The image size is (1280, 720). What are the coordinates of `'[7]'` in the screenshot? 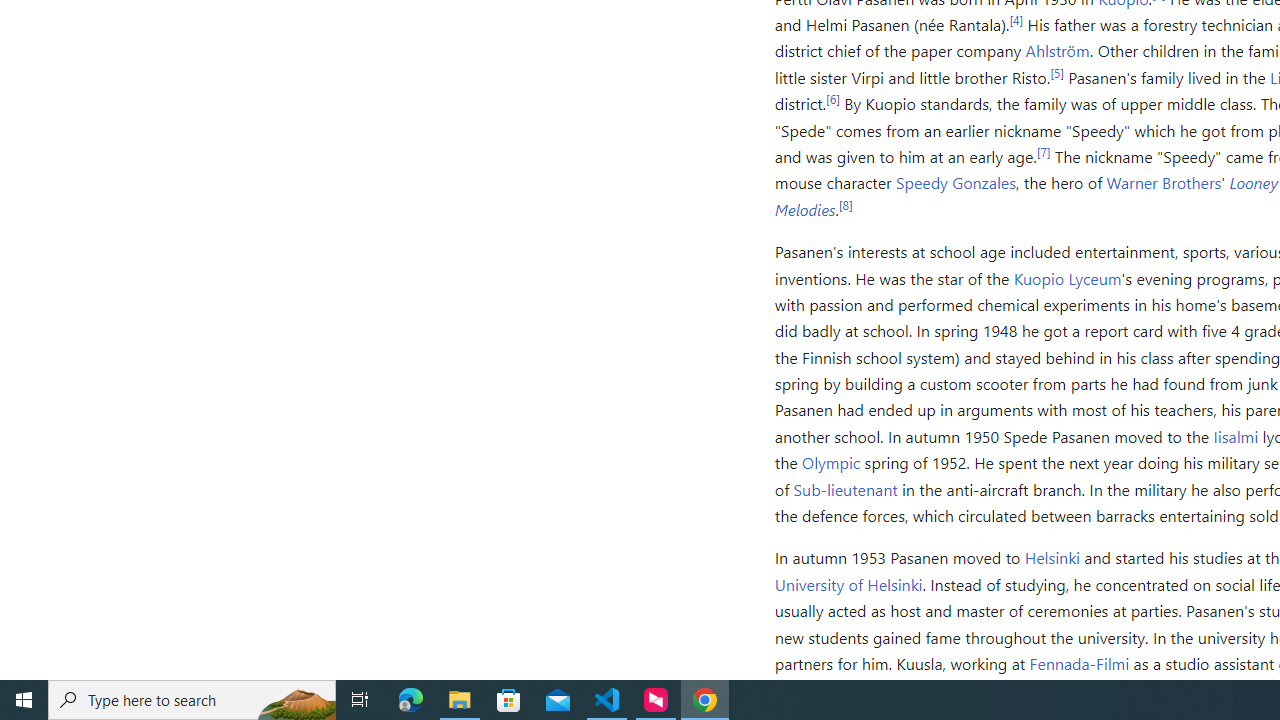 It's located at (1042, 150).